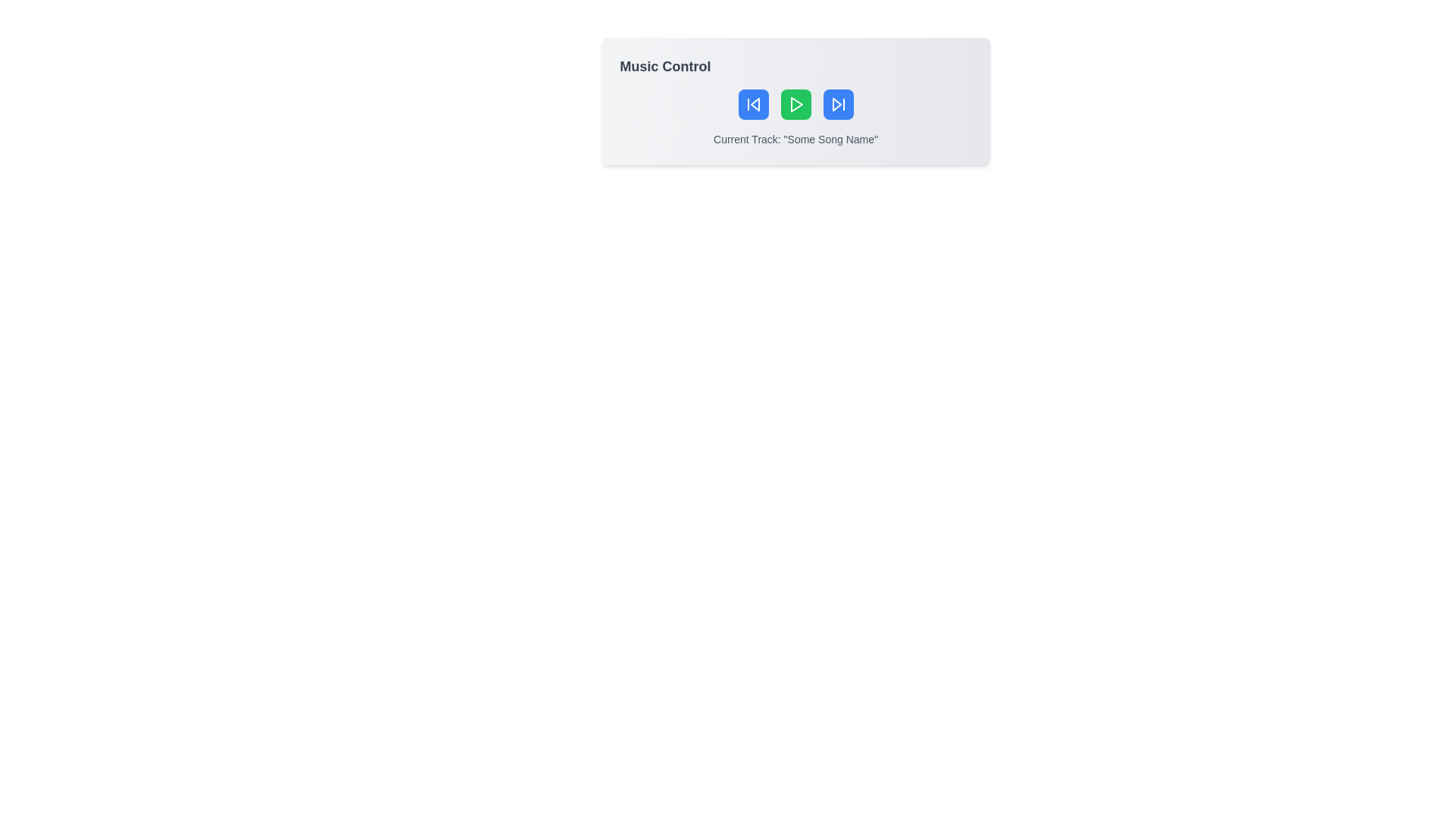 The image size is (1456, 819). Describe the element at coordinates (837, 104) in the screenshot. I see `the 'skip forward' icon button, which is a blue button with a white triangular arrow pointing right, located to the right of the green 'Play' button in the music control section` at that location.